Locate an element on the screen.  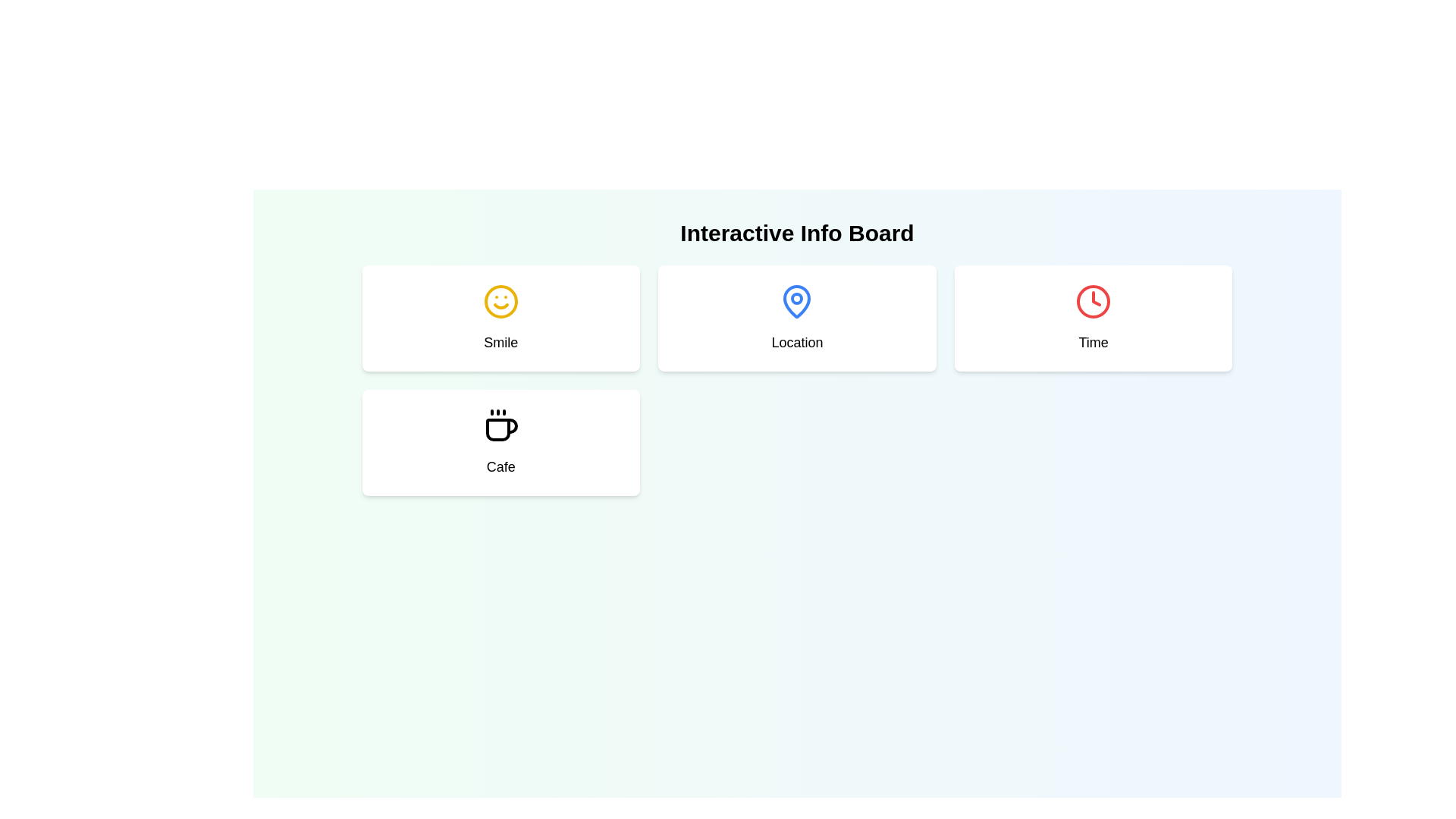
the graphical map pin icon located in the 'Location' card, which is the second card from the left in the top row of the interface layout is located at coordinates (796, 301).